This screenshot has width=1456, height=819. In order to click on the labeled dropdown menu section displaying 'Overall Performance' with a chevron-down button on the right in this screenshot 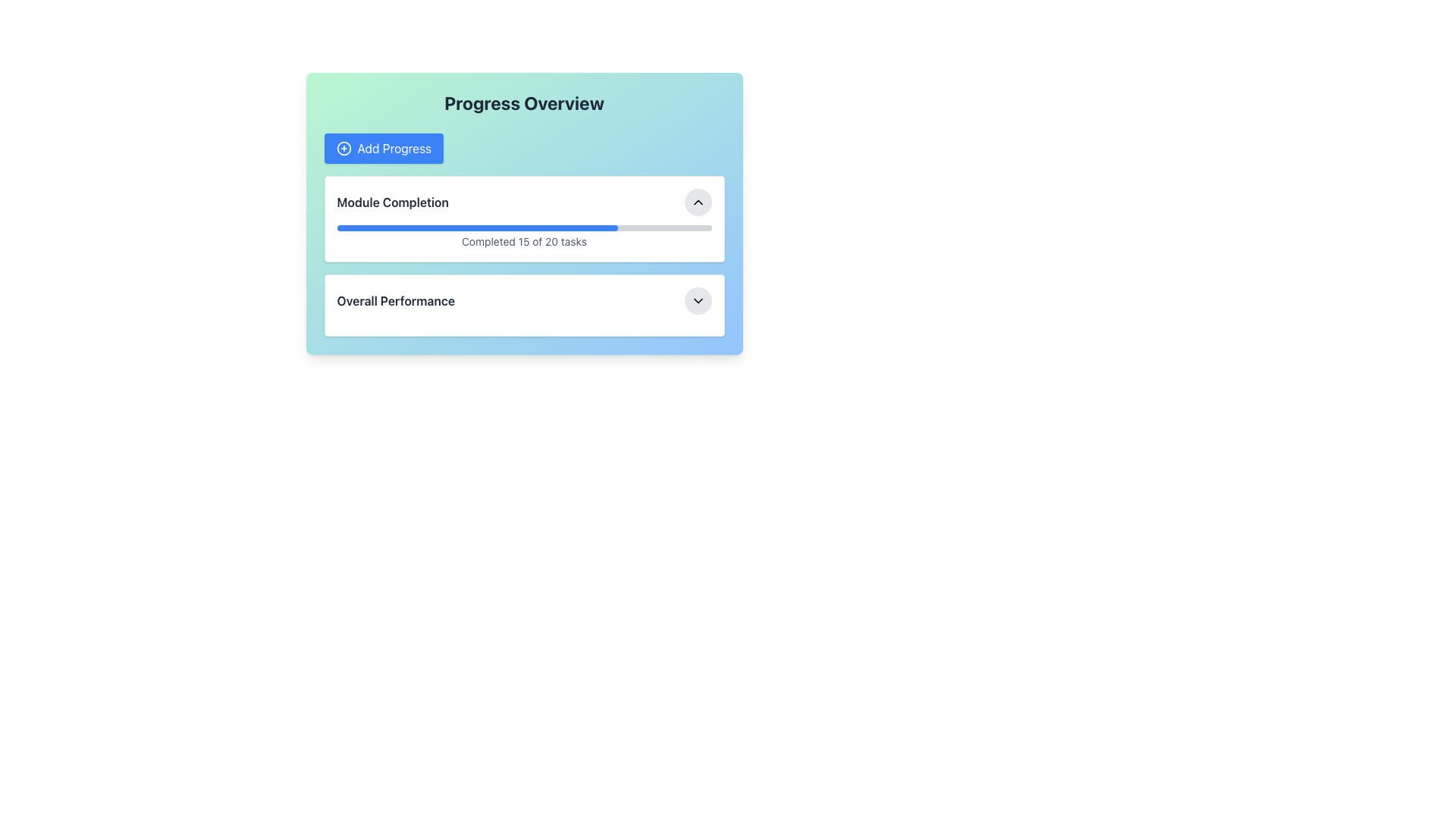, I will do `click(524, 301)`.